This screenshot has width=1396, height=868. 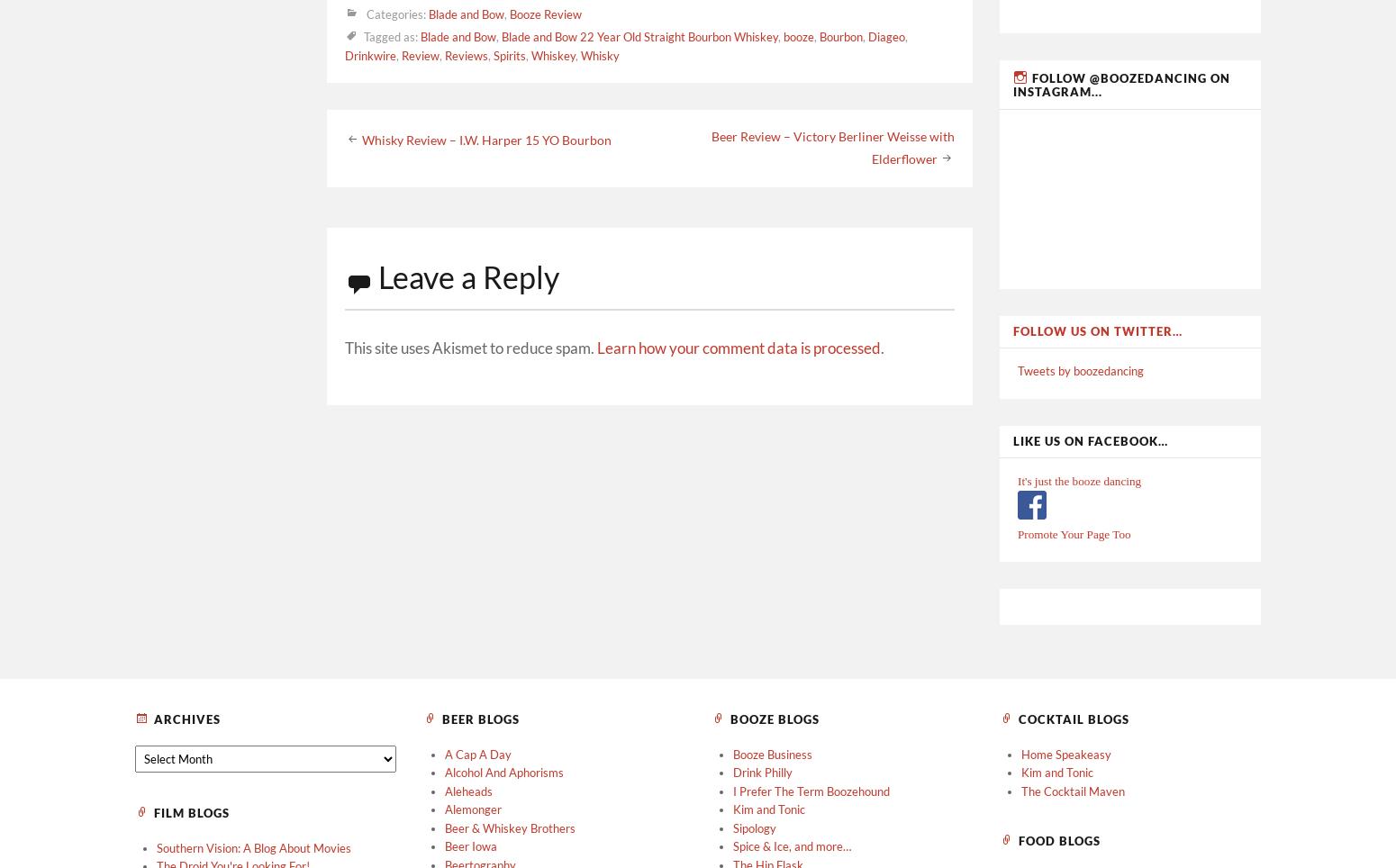 I want to click on 'Booze Blogs', so click(x=775, y=719).